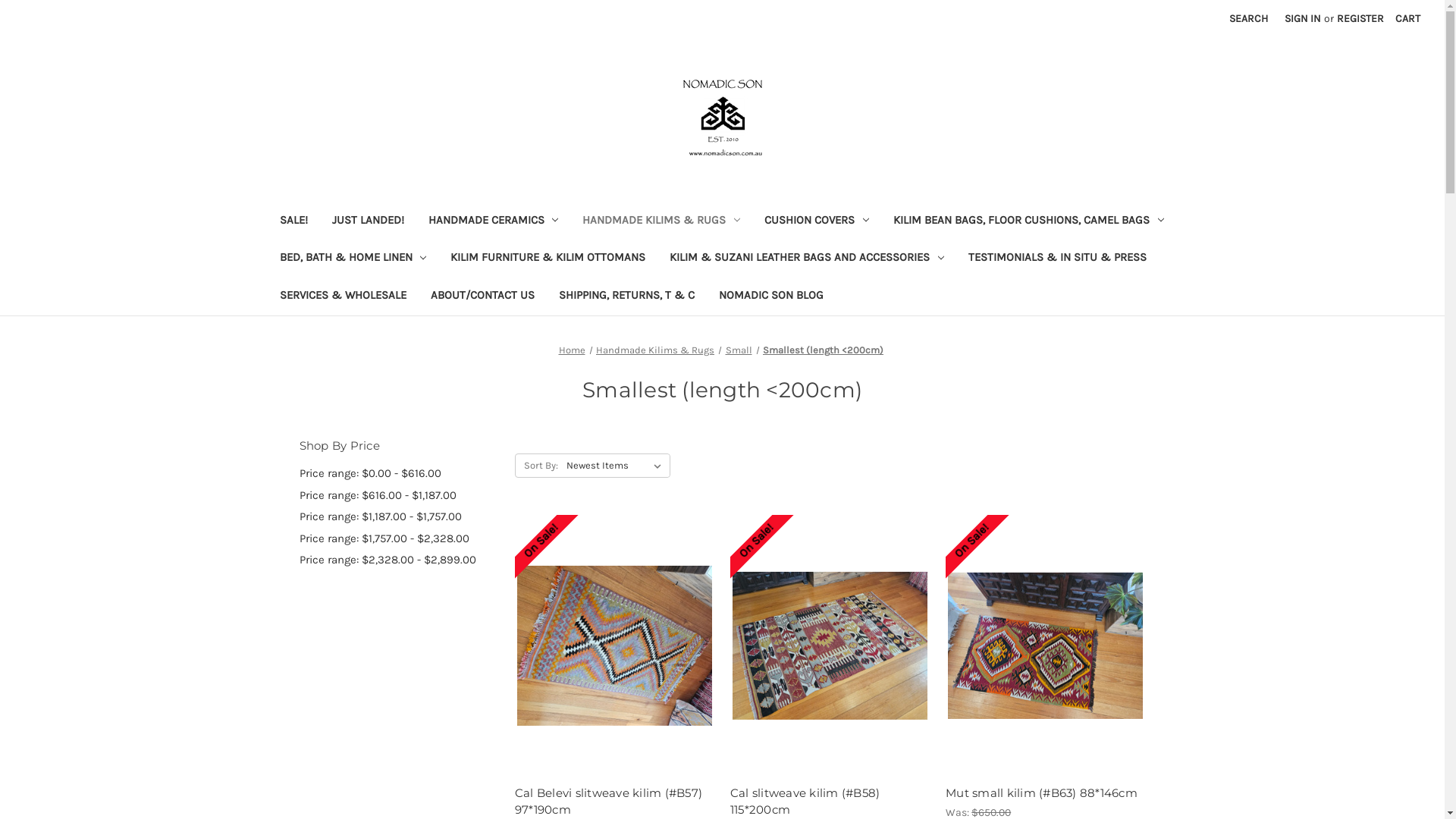 This screenshot has height=819, width=1456. What do you see at coordinates (1044, 792) in the screenshot?
I see `'Mut small kilim (#B63) 88*146cm'` at bounding box center [1044, 792].